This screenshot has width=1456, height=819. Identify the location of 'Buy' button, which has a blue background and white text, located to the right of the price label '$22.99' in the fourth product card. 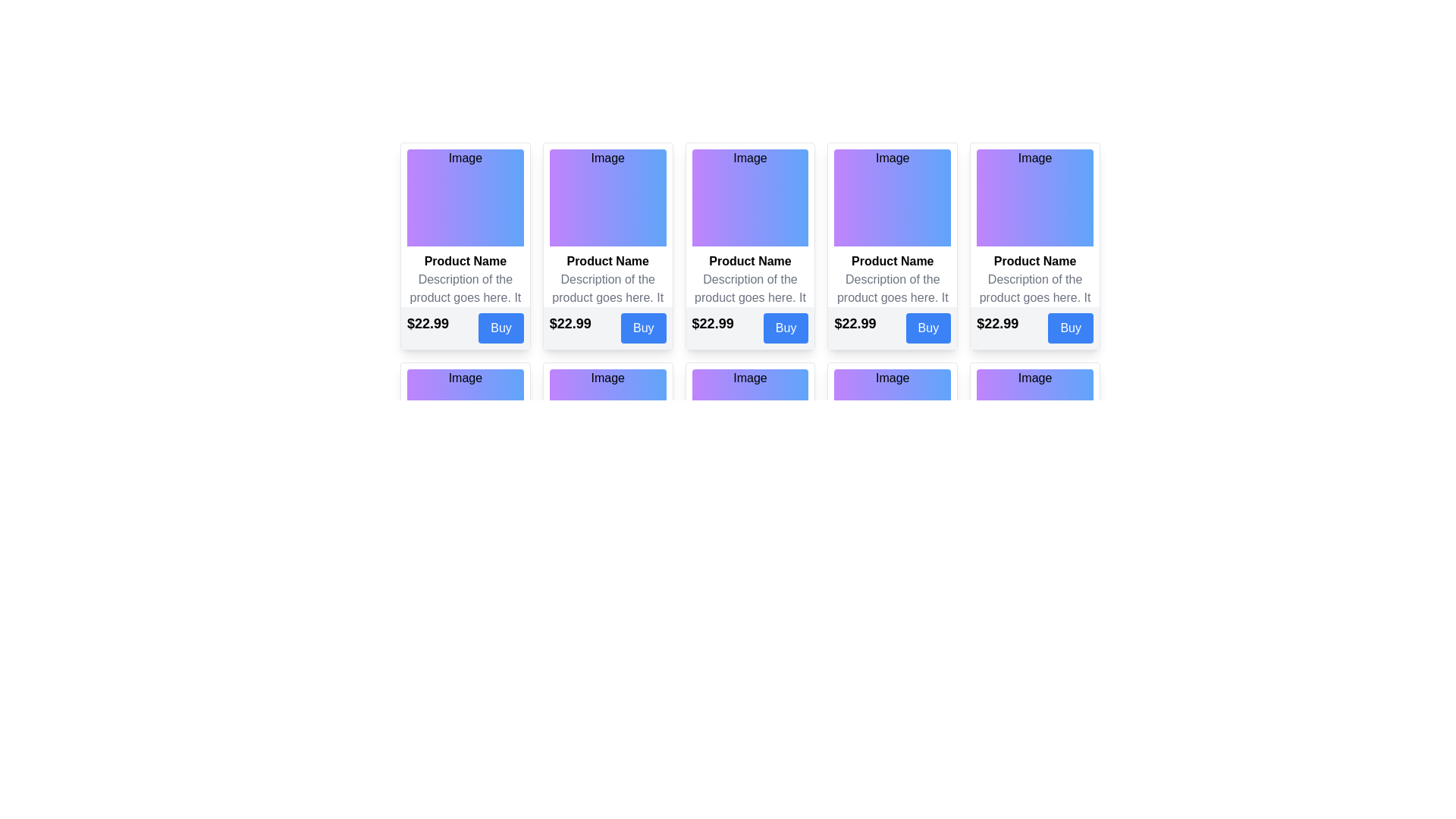
(786, 327).